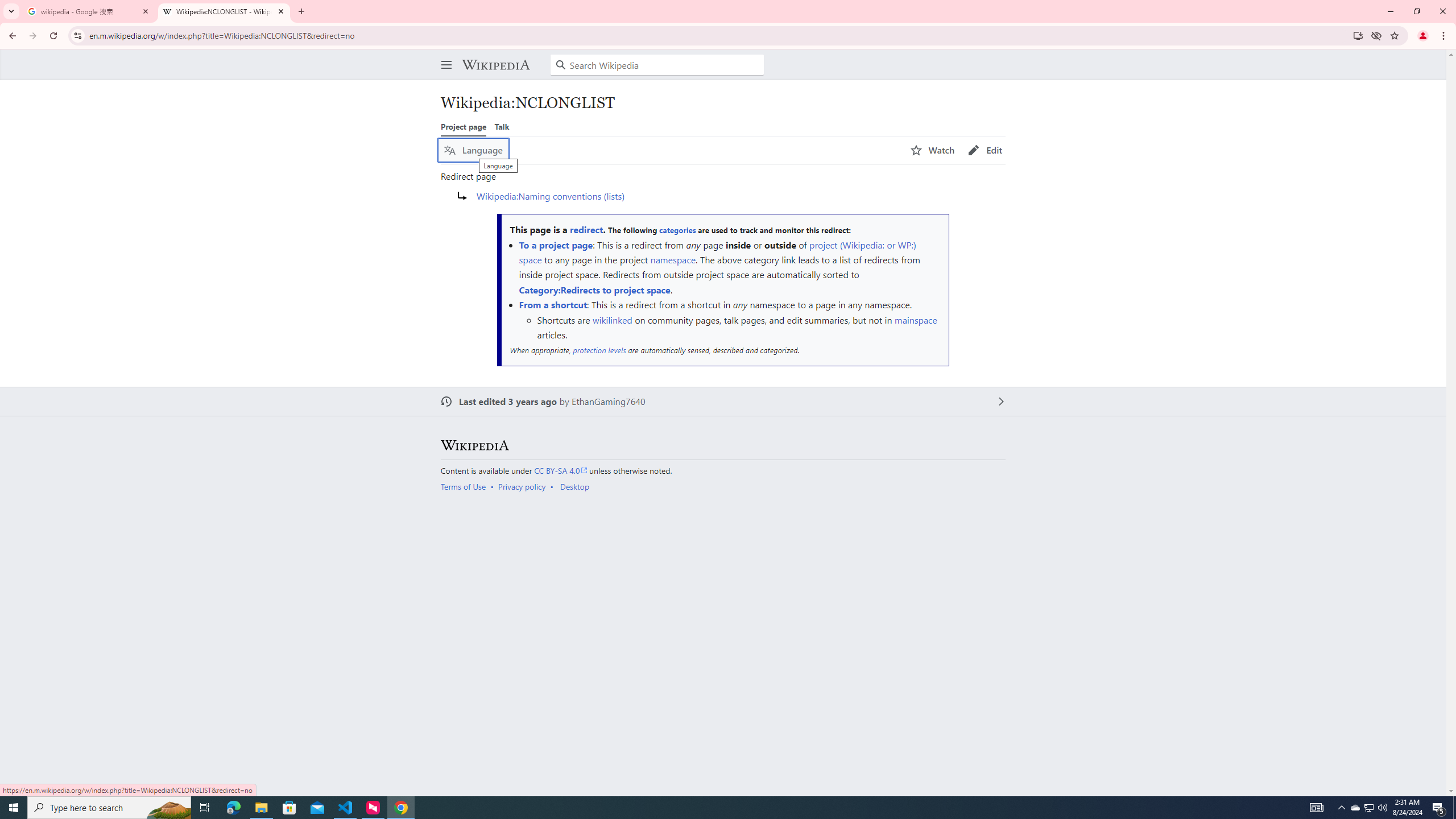 This screenshot has height=819, width=1456. I want to click on 'Wikipedia:Naming conventions (lists)', so click(549, 196).